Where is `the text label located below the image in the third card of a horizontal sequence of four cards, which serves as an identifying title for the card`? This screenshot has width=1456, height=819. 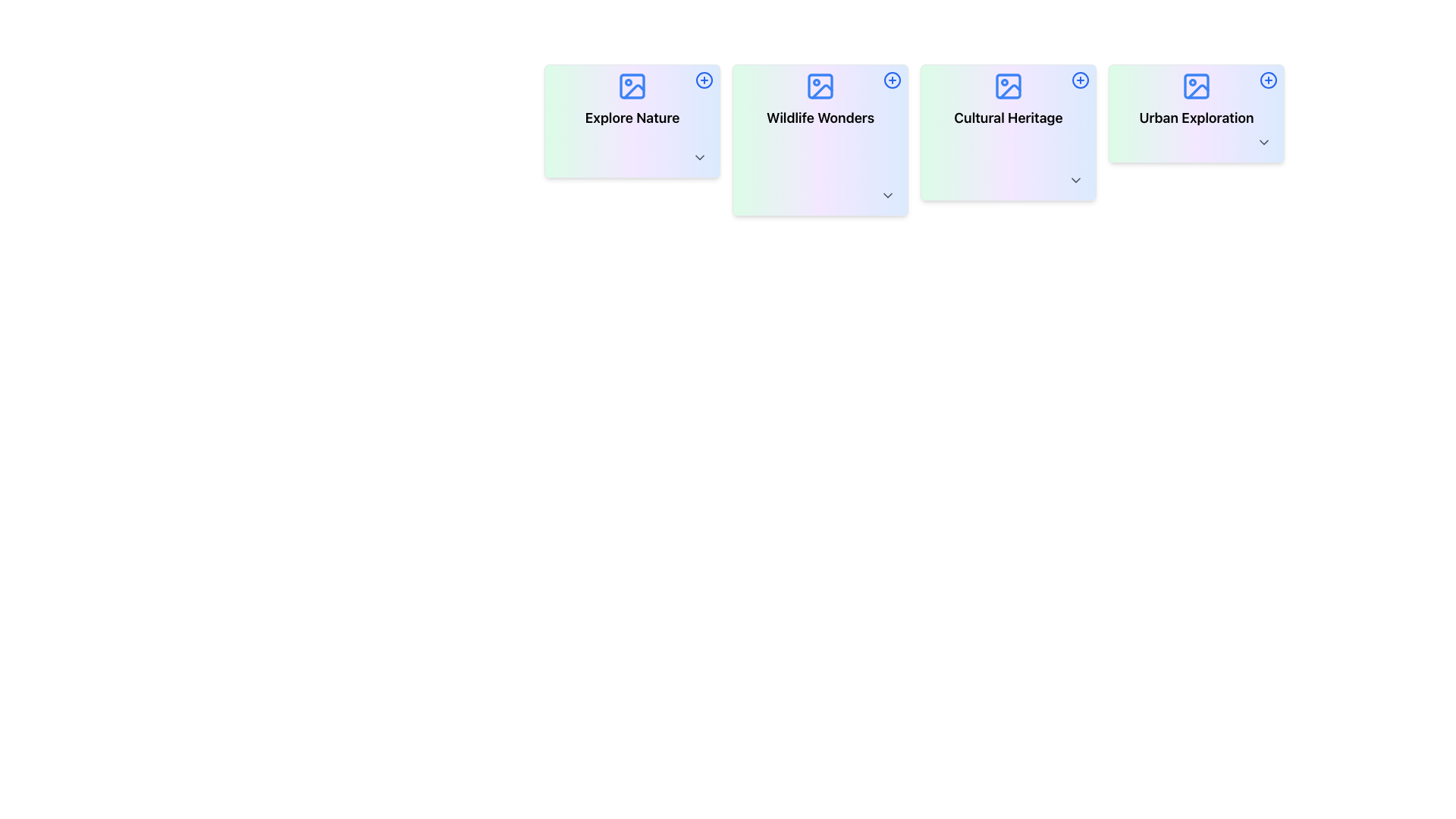
the text label located below the image in the third card of a horizontal sequence of four cards, which serves as an identifying title for the card is located at coordinates (1008, 117).